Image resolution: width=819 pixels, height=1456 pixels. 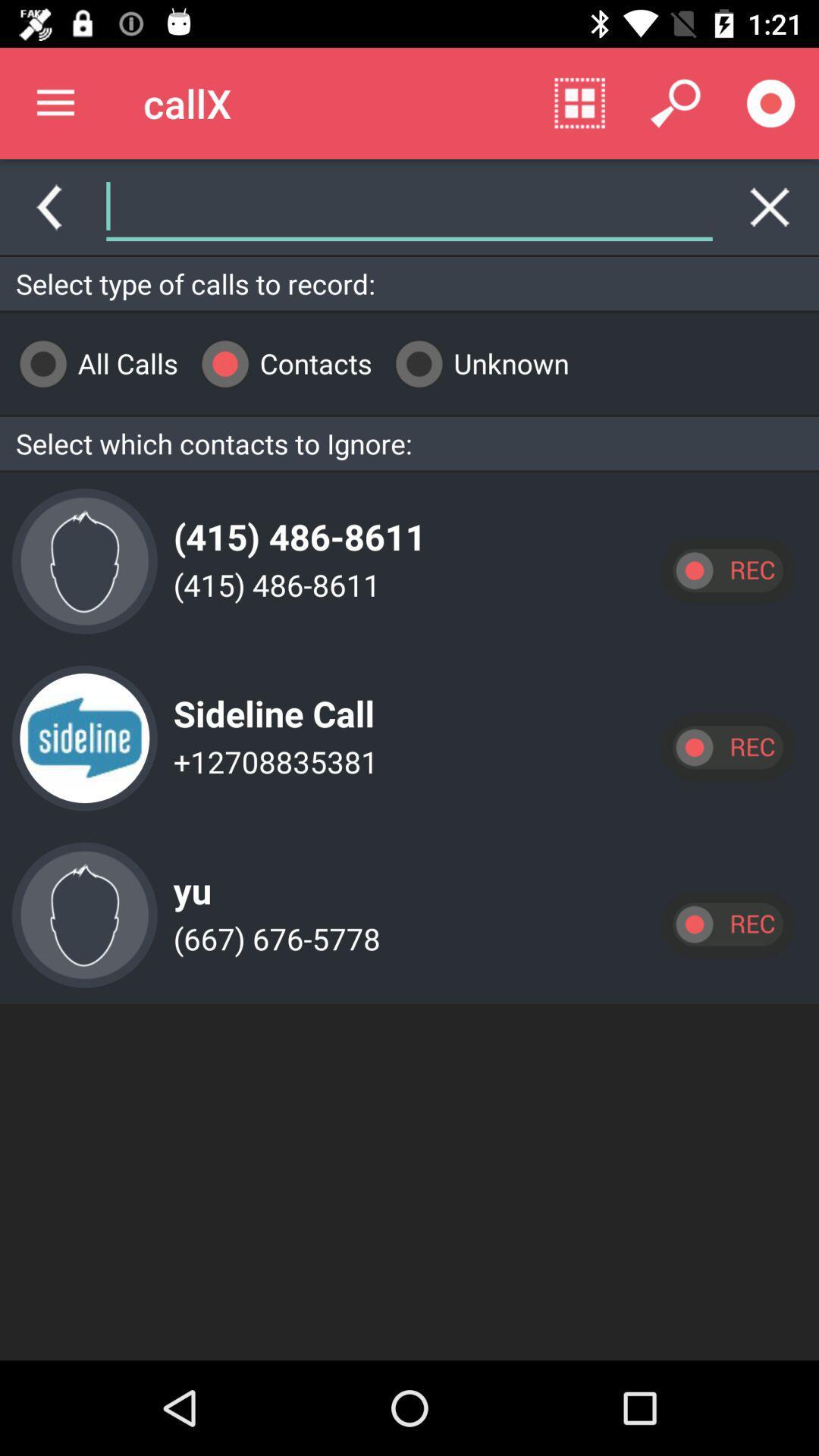 What do you see at coordinates (55, 102) in the screenshot?
I see `item to the left of the callx icon` at bounding box center [55, 102].